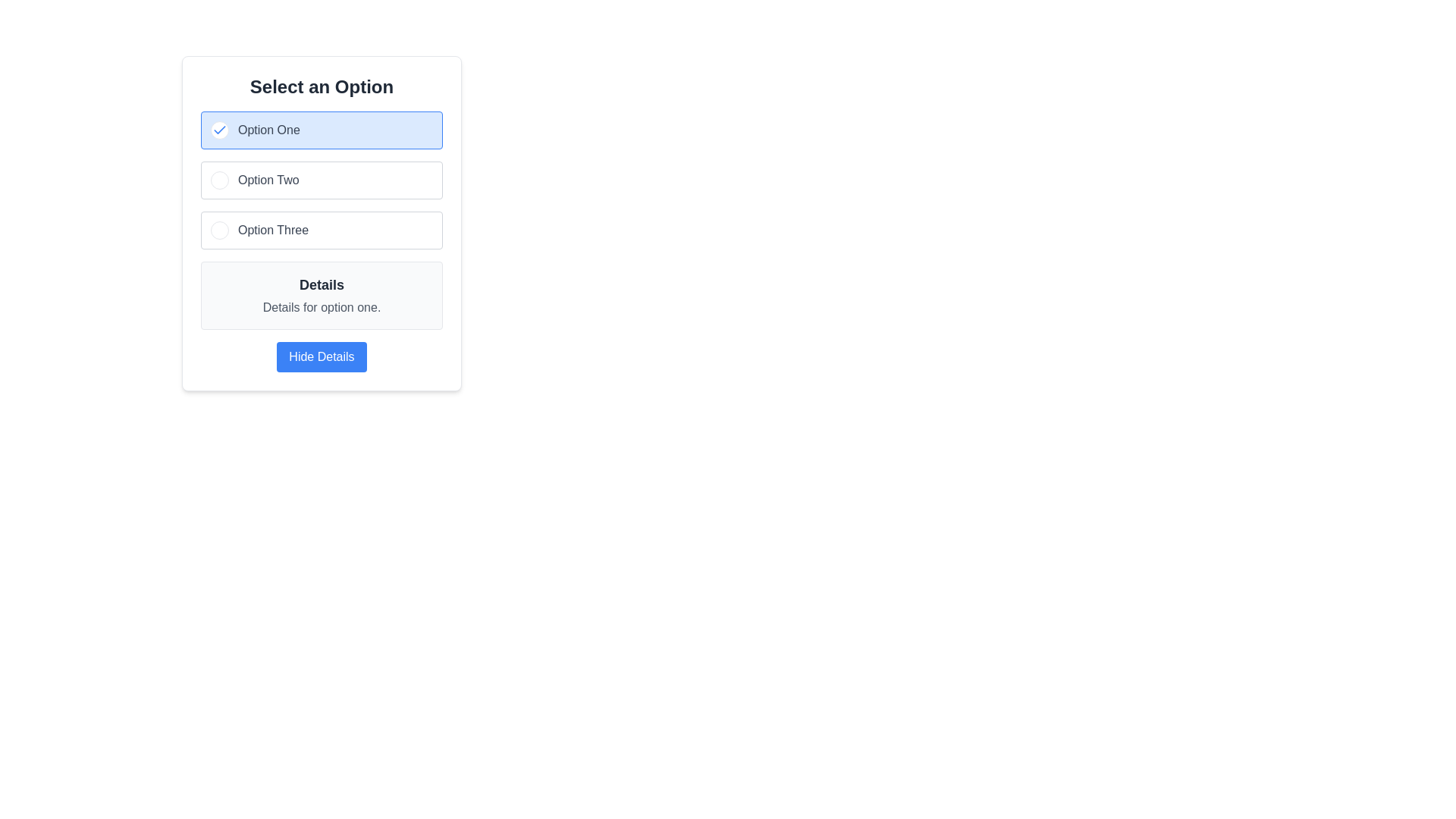 This screenshot has width=1456, height=819. What do you see at coordinates (218, 130) in the screenshot?
I see `the Checkbox indicator, which is a white circular element with a blue checkmark inside, located within the button labeled 'Option One'` at bounding box center [218, 130].